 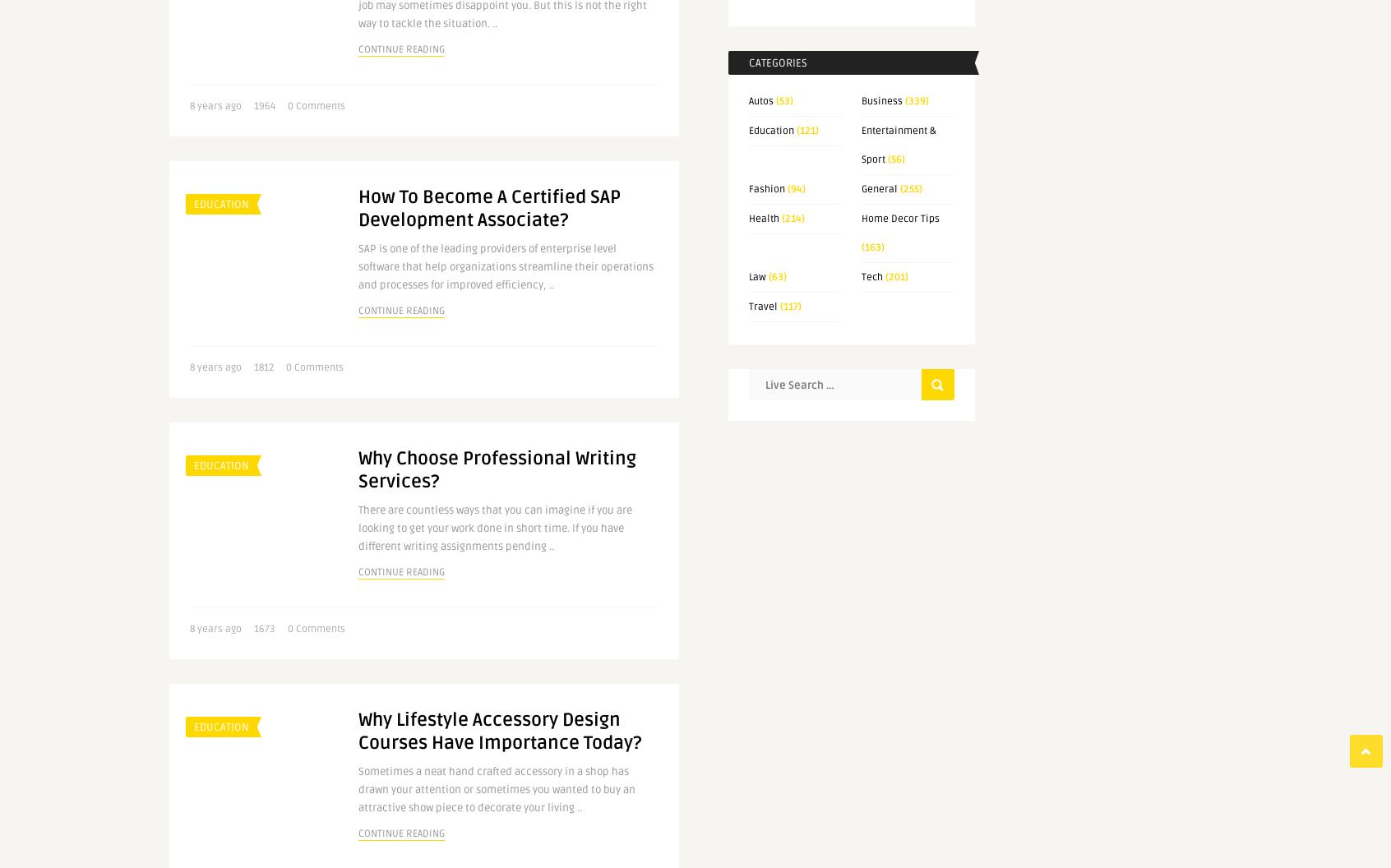 What do you see at coordinates (747, 100) in the screenshot?
I see `'Autos'` at bounding box center [747, 100].